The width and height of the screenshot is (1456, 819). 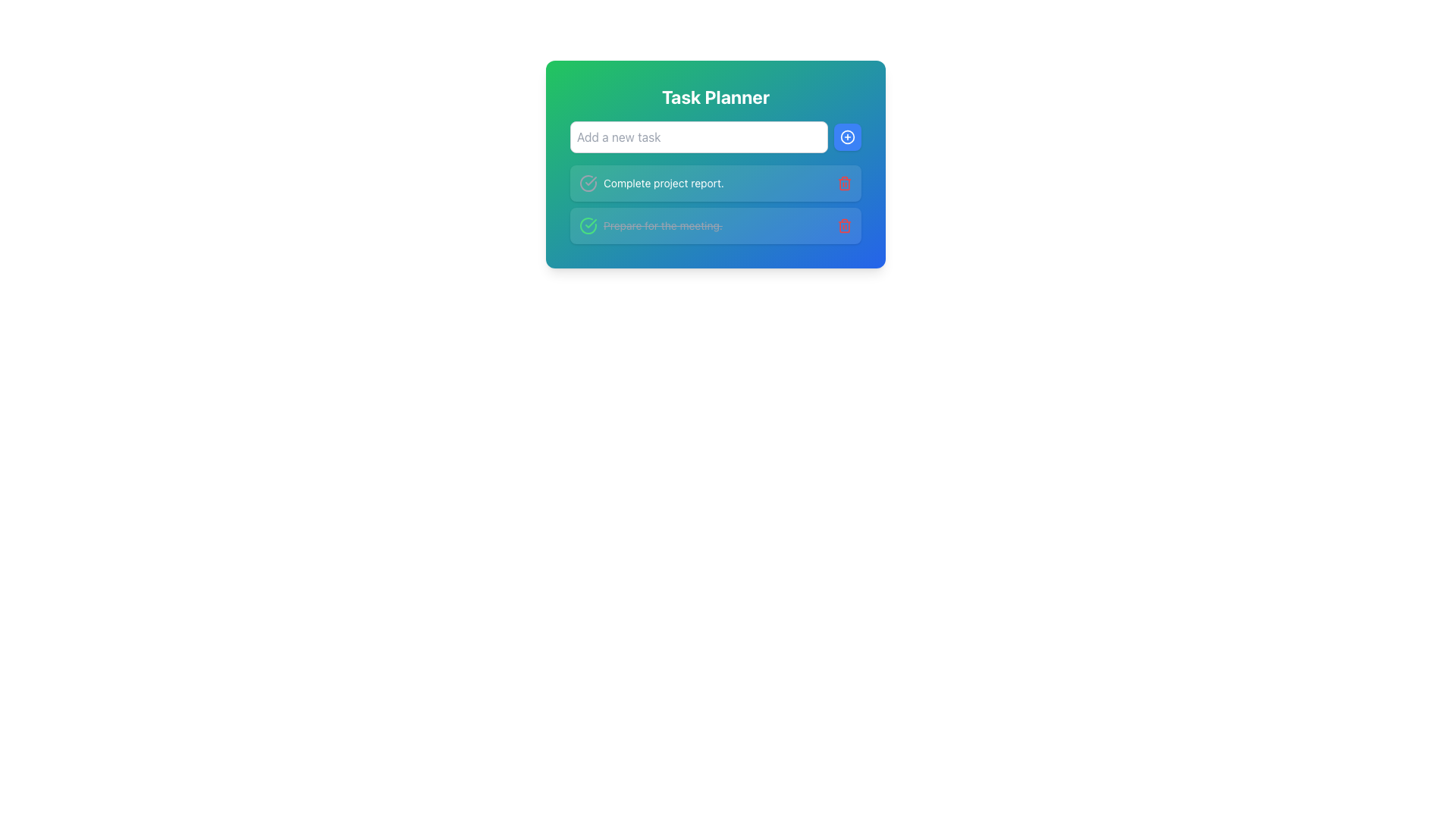 I want to click on the text element displaying the title of a completed task located in the second task item under the 'Task Planner' section, so click(x=663, y=225).